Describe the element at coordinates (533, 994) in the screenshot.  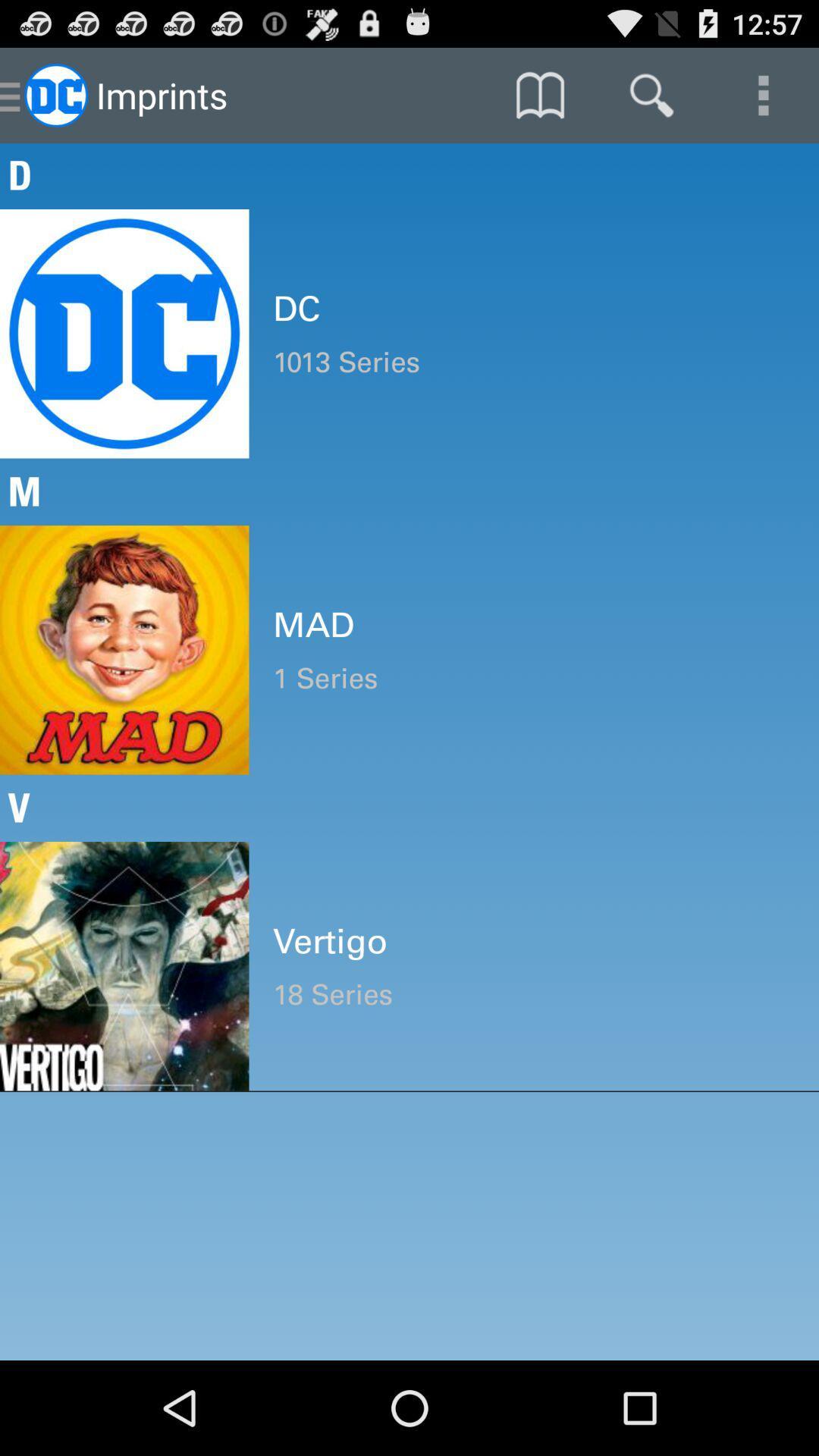
I see `icon at the bottom` at that location.